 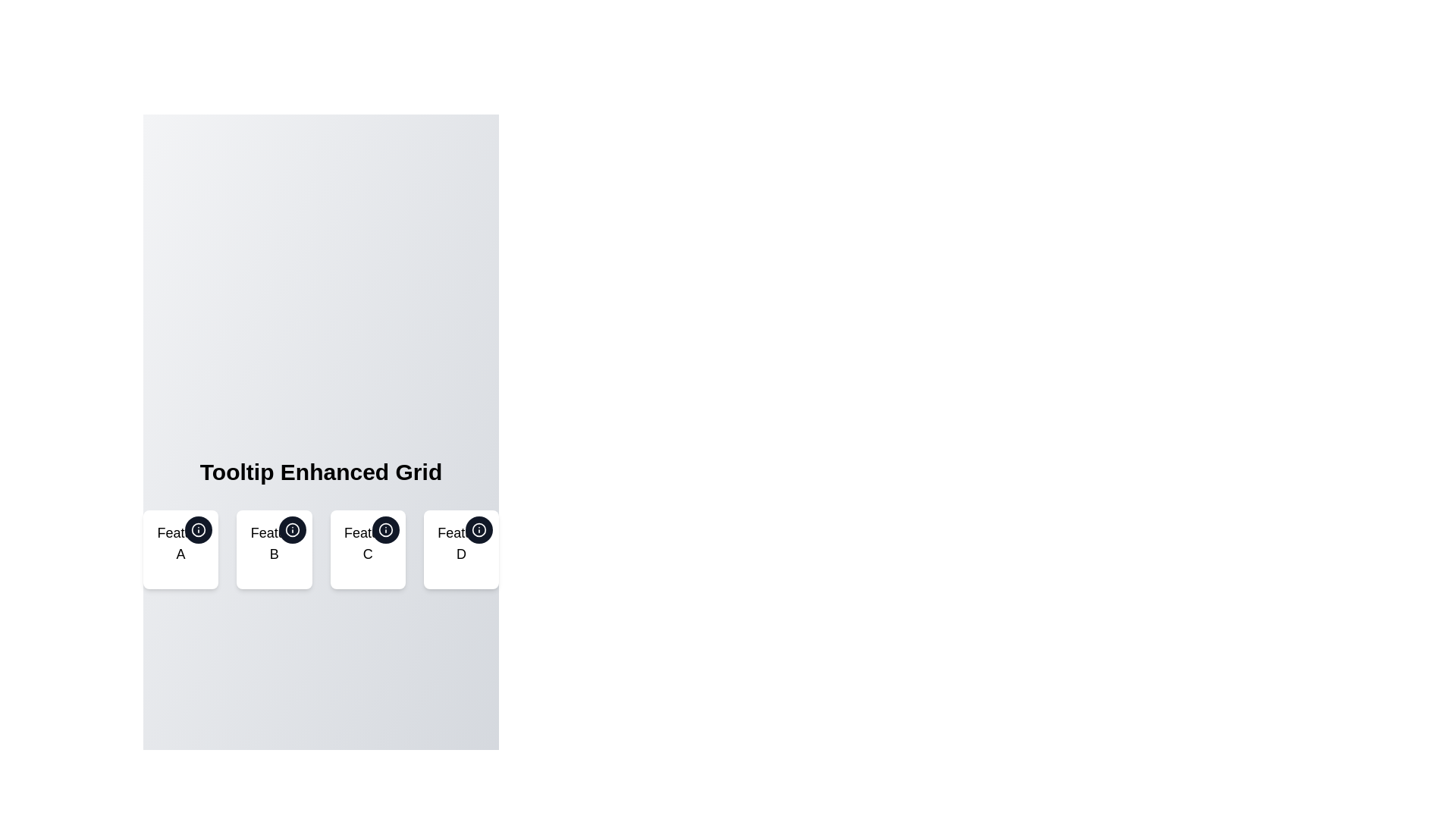 I want to click on the second circular icon in the horizontally arranged set of four icons above the 'Feat B' label, which is part of a glyph styled interface, so click(x=292, y=529).